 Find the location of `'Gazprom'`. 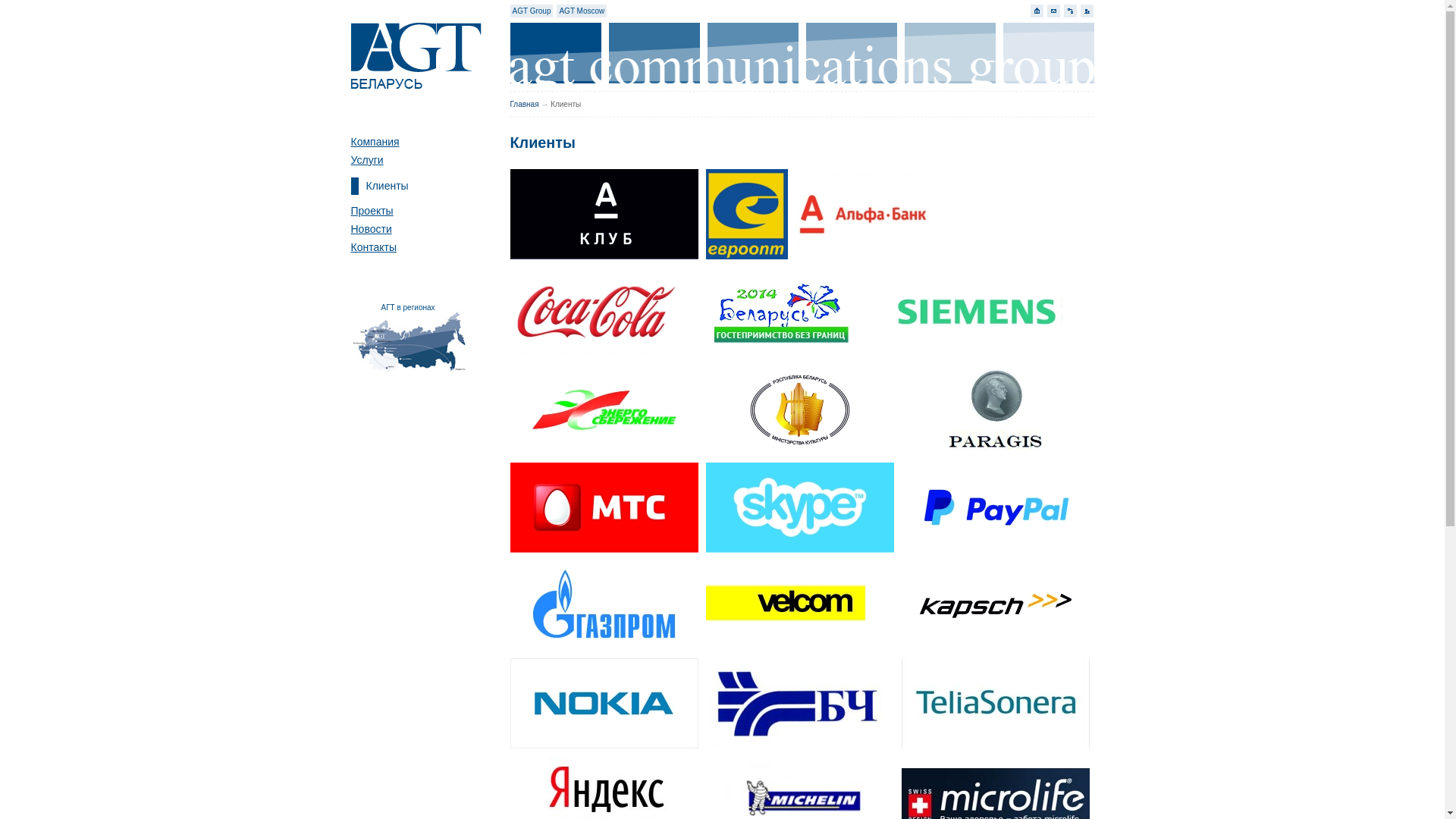

'Gazprom' is located at coordinates (603, 604).